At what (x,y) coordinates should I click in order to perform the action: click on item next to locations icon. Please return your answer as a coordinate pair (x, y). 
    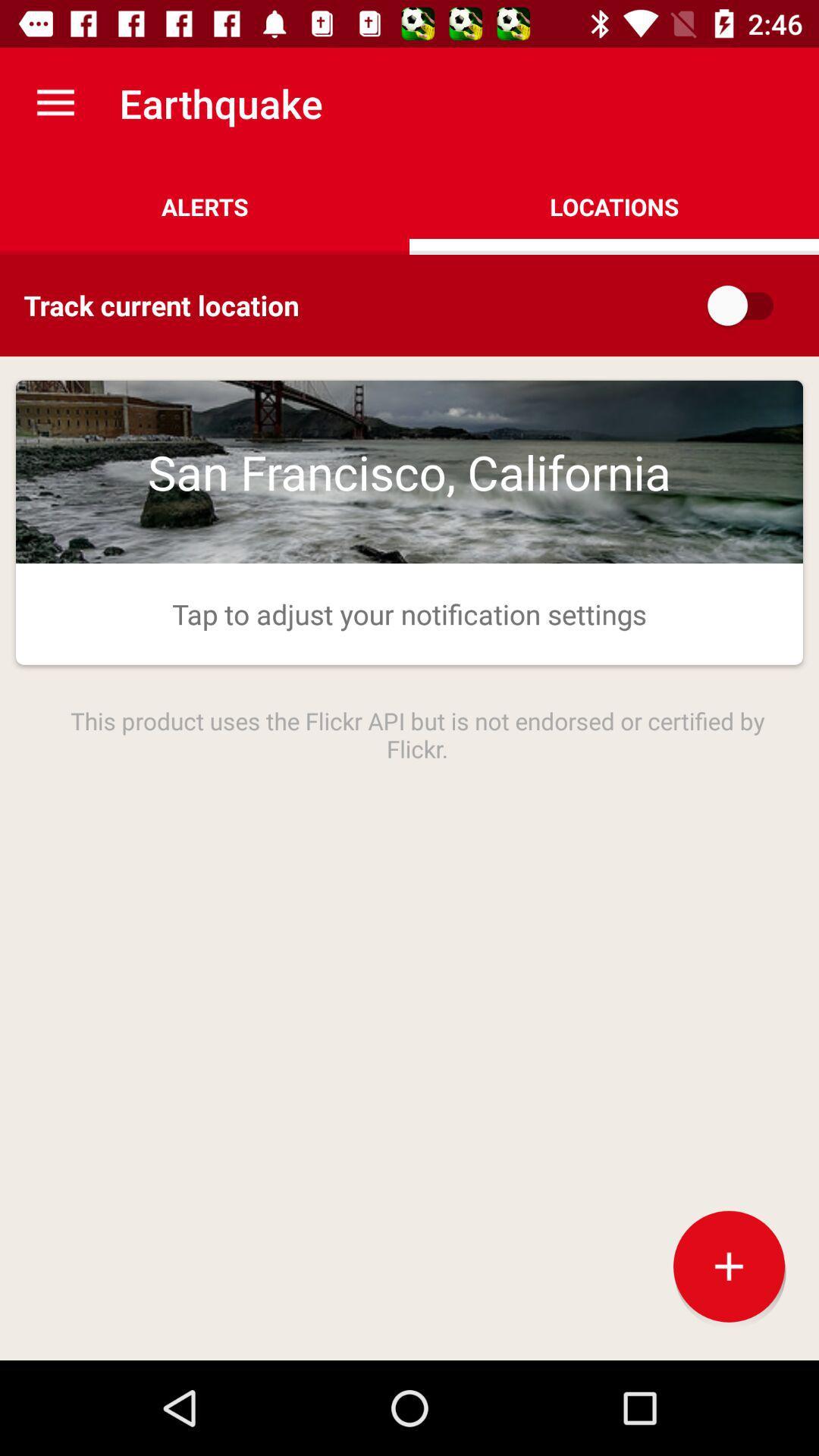
    Looking at the image, I should click on (205, 206).